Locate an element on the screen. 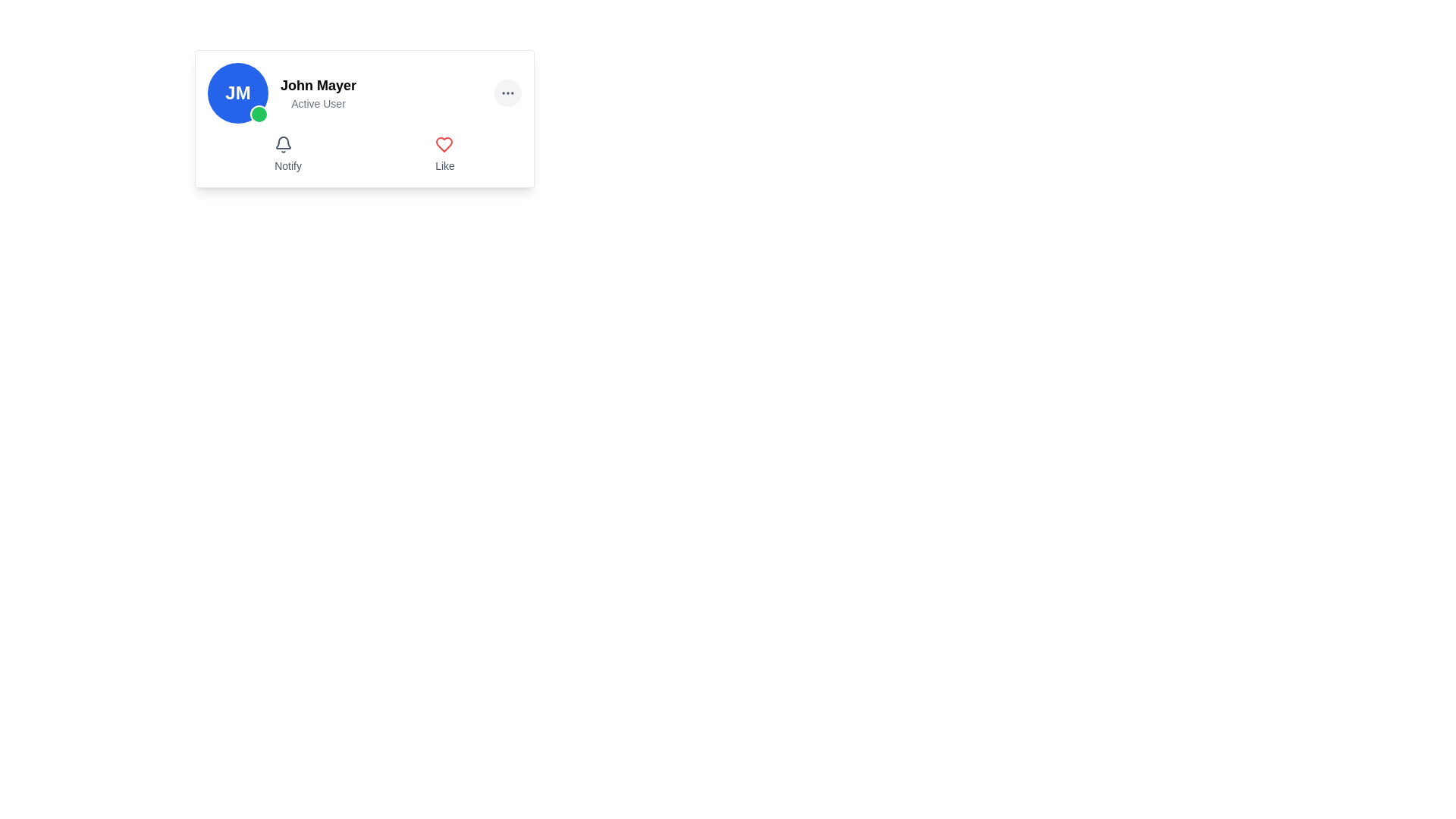 The image size is (1456, 819). the green circular badge located at the bottom-right corner of the circular avatar containing the initials 'JM' is located at coordinates (259, 113).